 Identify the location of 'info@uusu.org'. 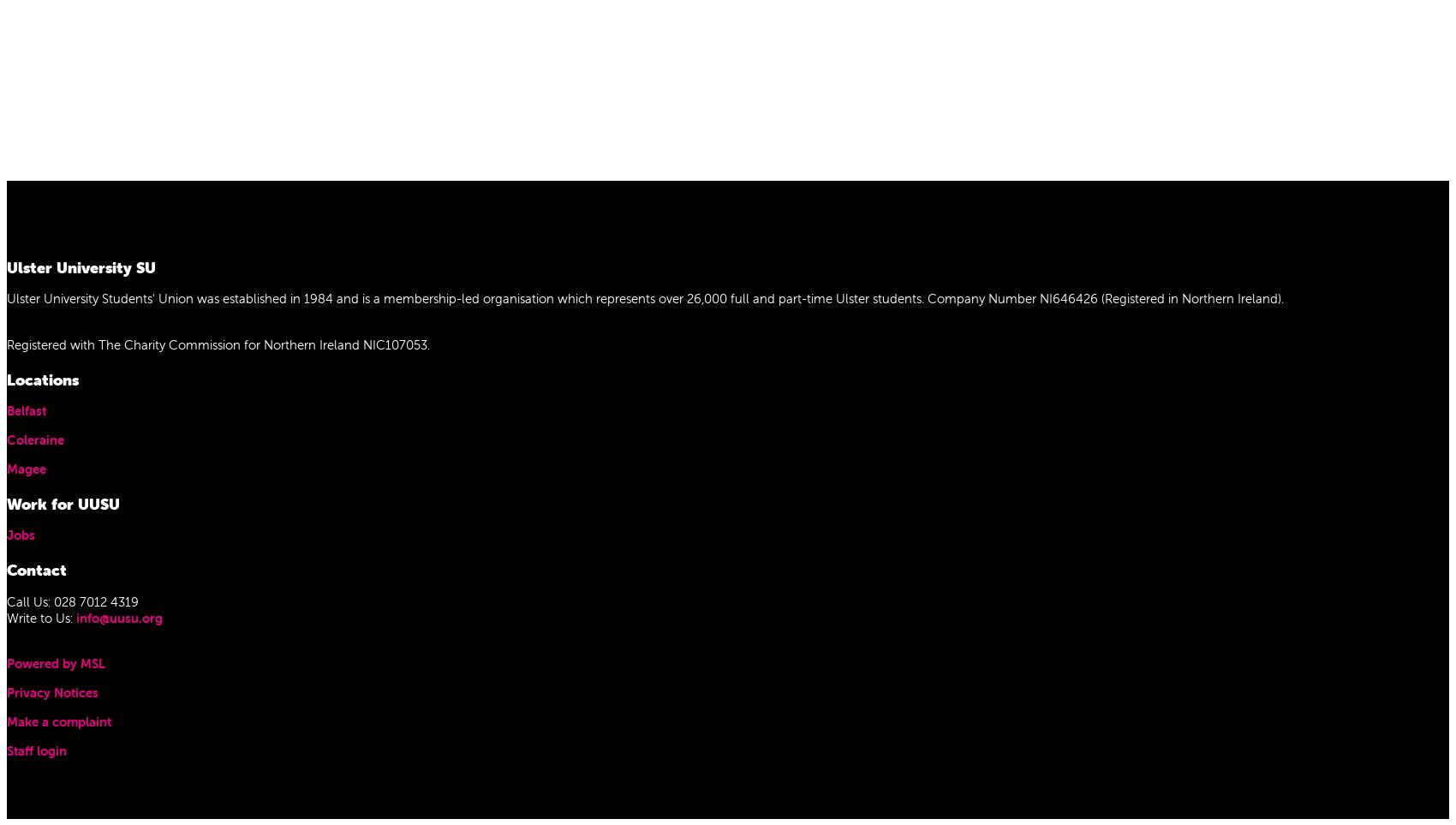
(118, 616).